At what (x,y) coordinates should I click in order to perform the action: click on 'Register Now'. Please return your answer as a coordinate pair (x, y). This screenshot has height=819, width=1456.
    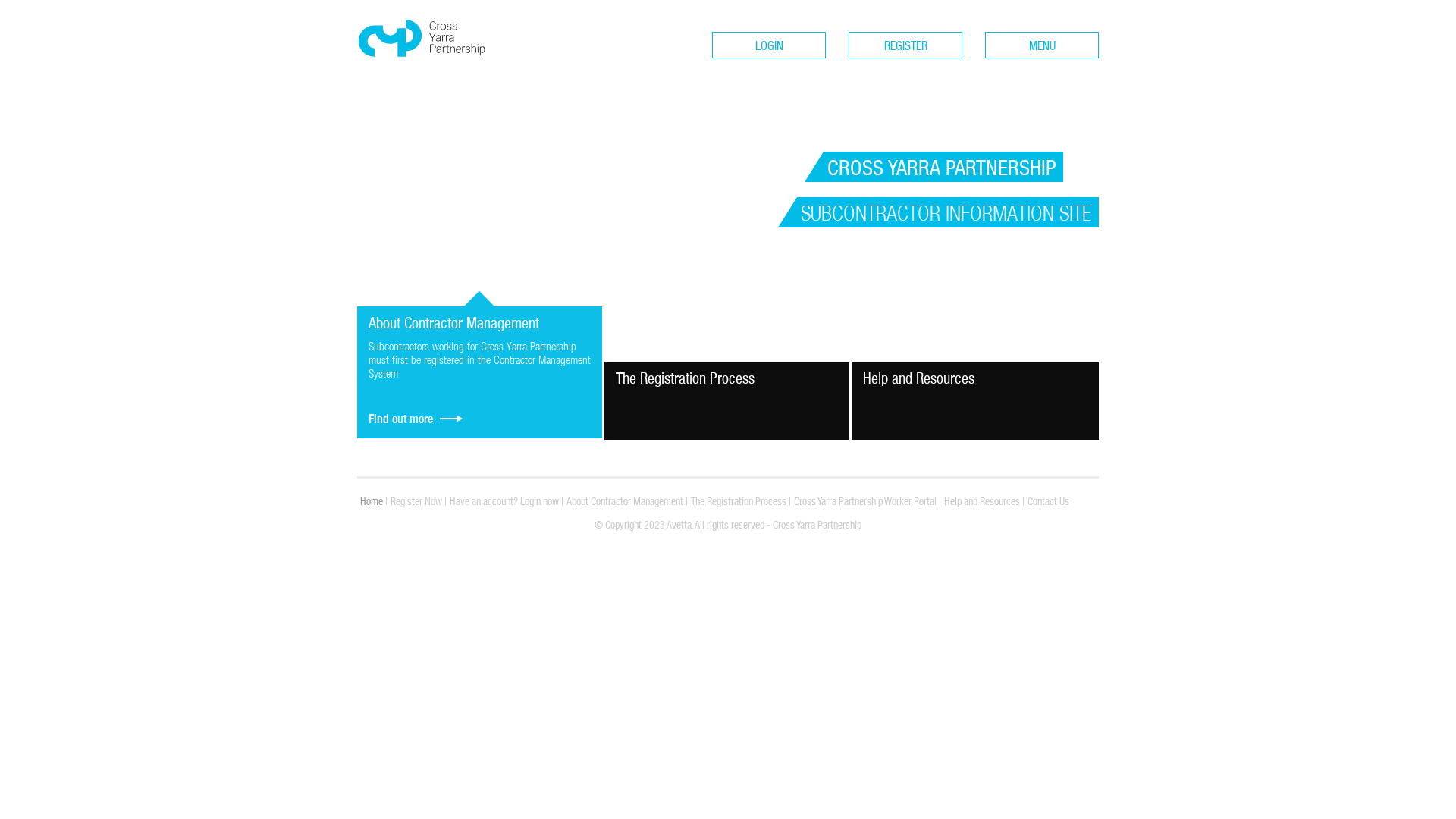
    Looking at the image, I should click on (416, 500).